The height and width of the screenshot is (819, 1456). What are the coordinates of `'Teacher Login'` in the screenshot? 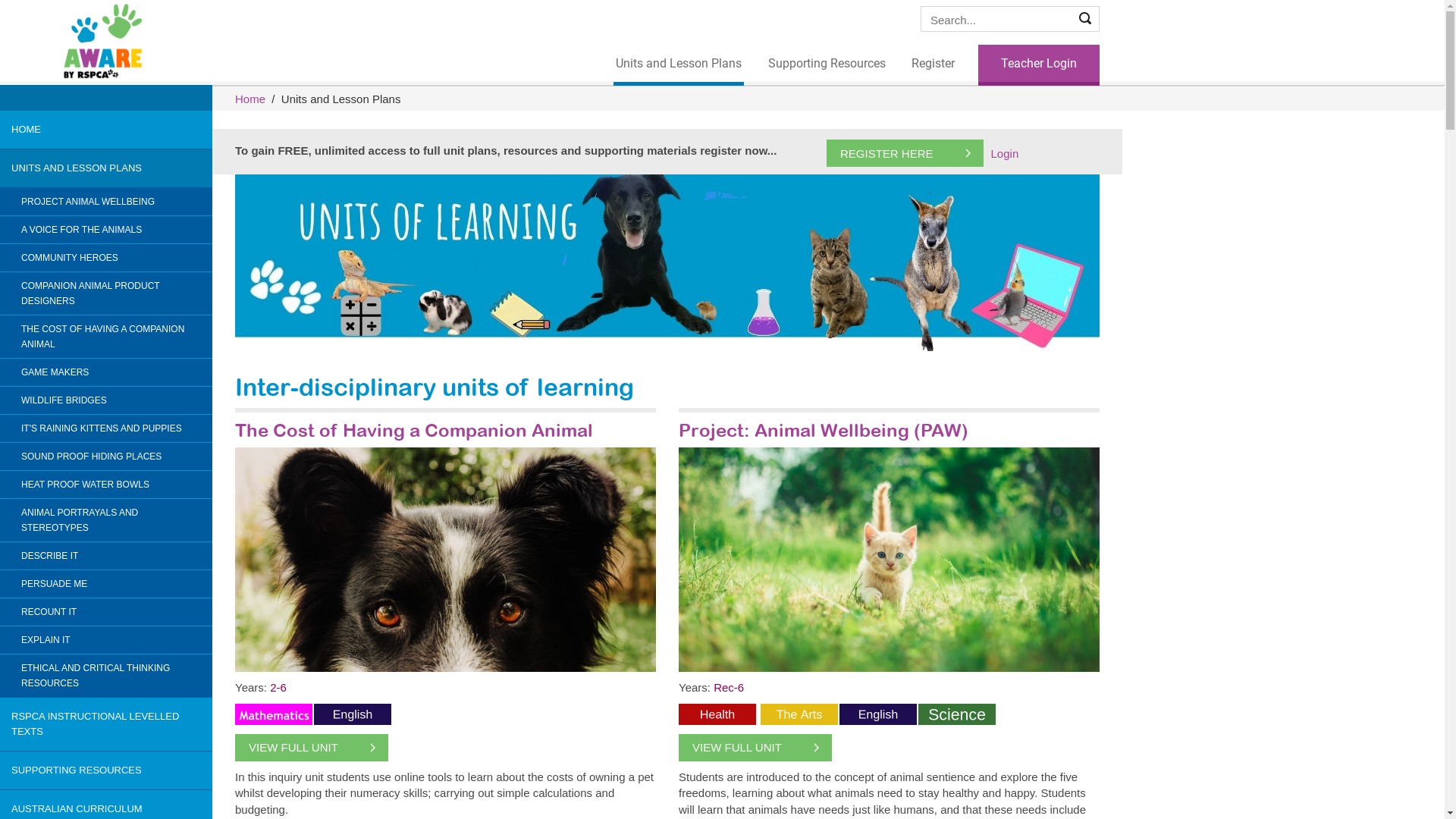 It's located at (1037, 64).